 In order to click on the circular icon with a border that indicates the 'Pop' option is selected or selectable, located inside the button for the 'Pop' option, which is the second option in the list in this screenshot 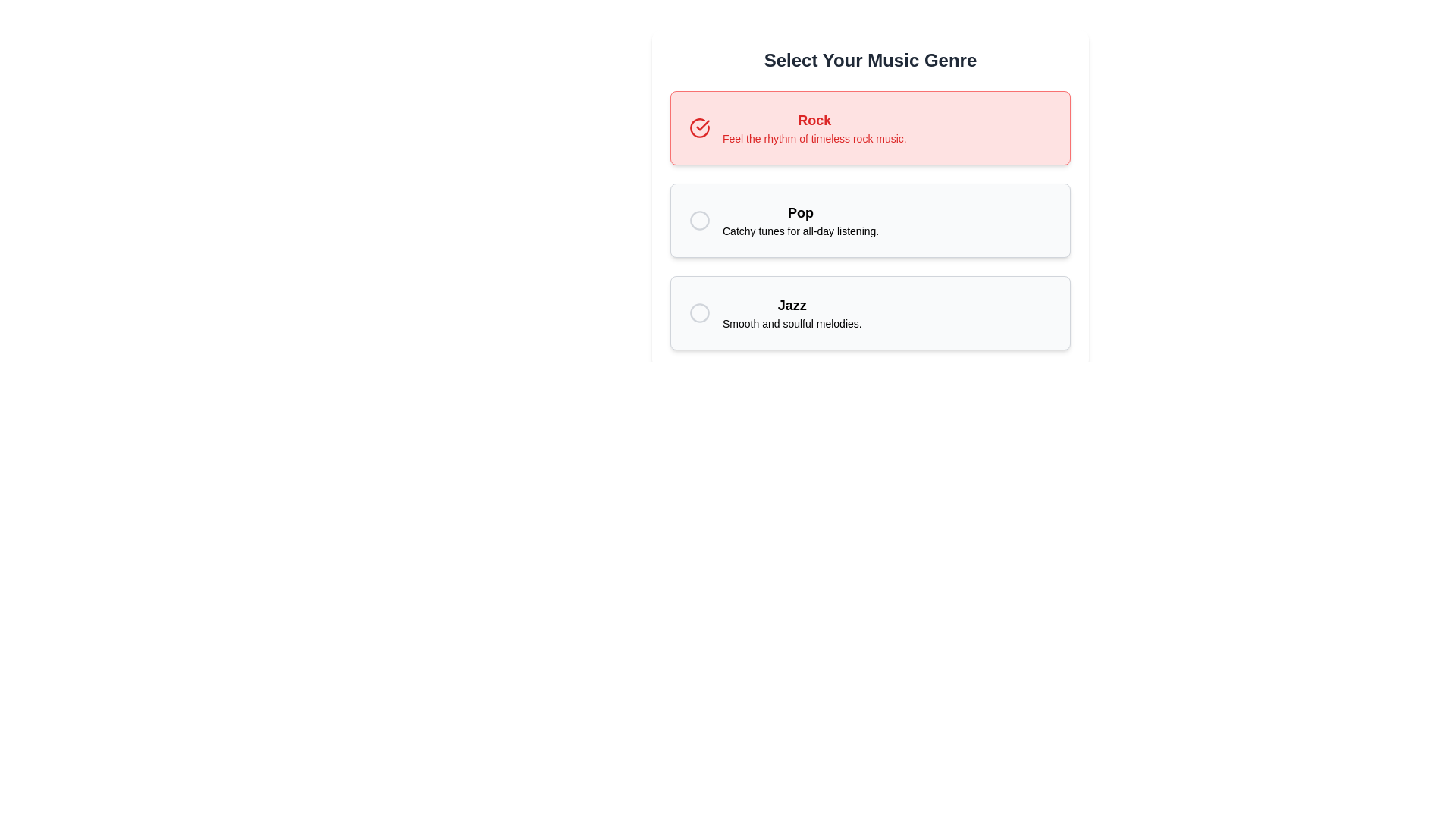, I will do `click(698, 220)`.